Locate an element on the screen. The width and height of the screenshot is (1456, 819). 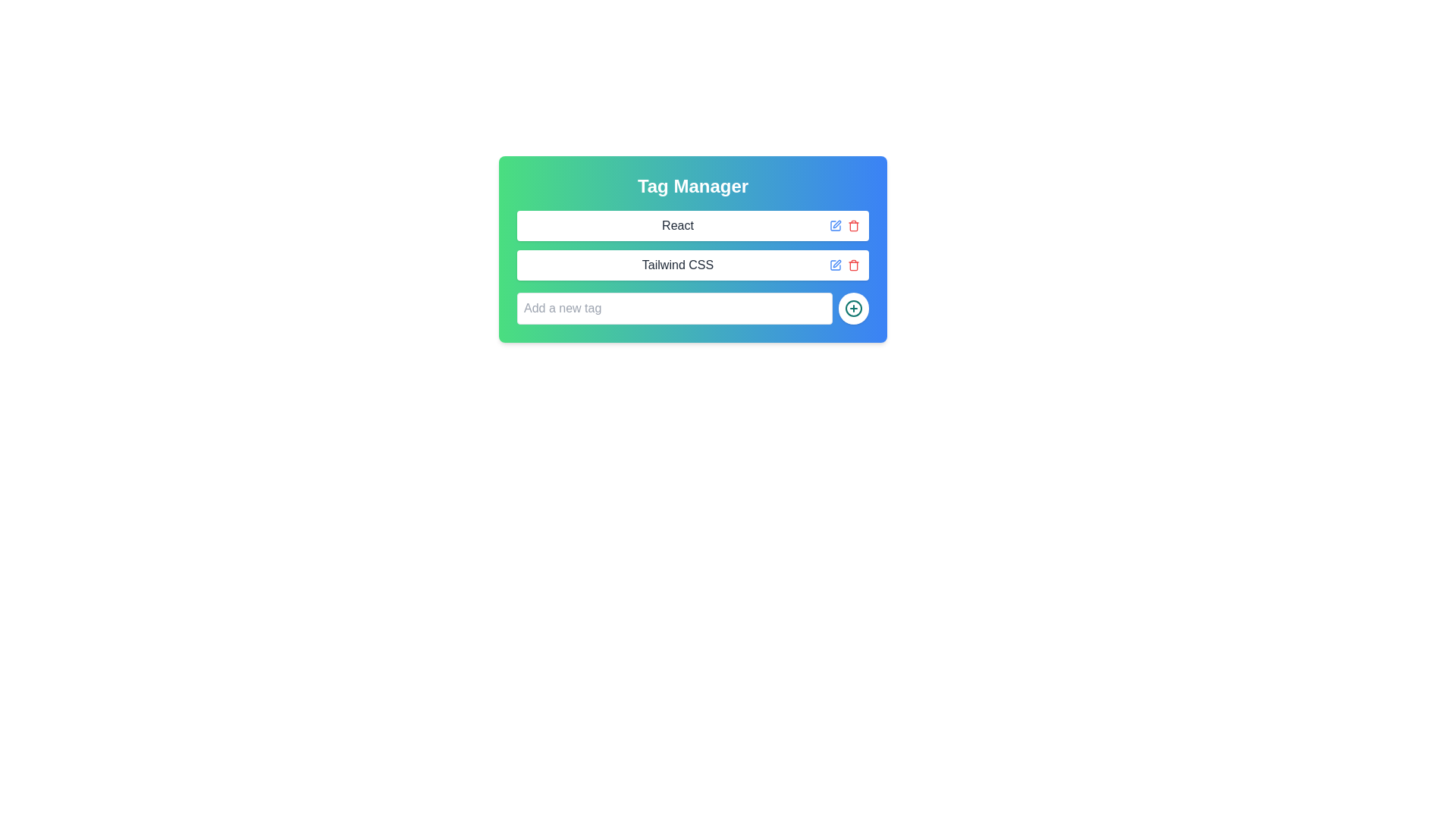
the pen-shaped vector graphic icon located within the 'Tag Manager' component UI, adjacent to the 'React' tag entry field's edit button is located at coordinates (836, 262).